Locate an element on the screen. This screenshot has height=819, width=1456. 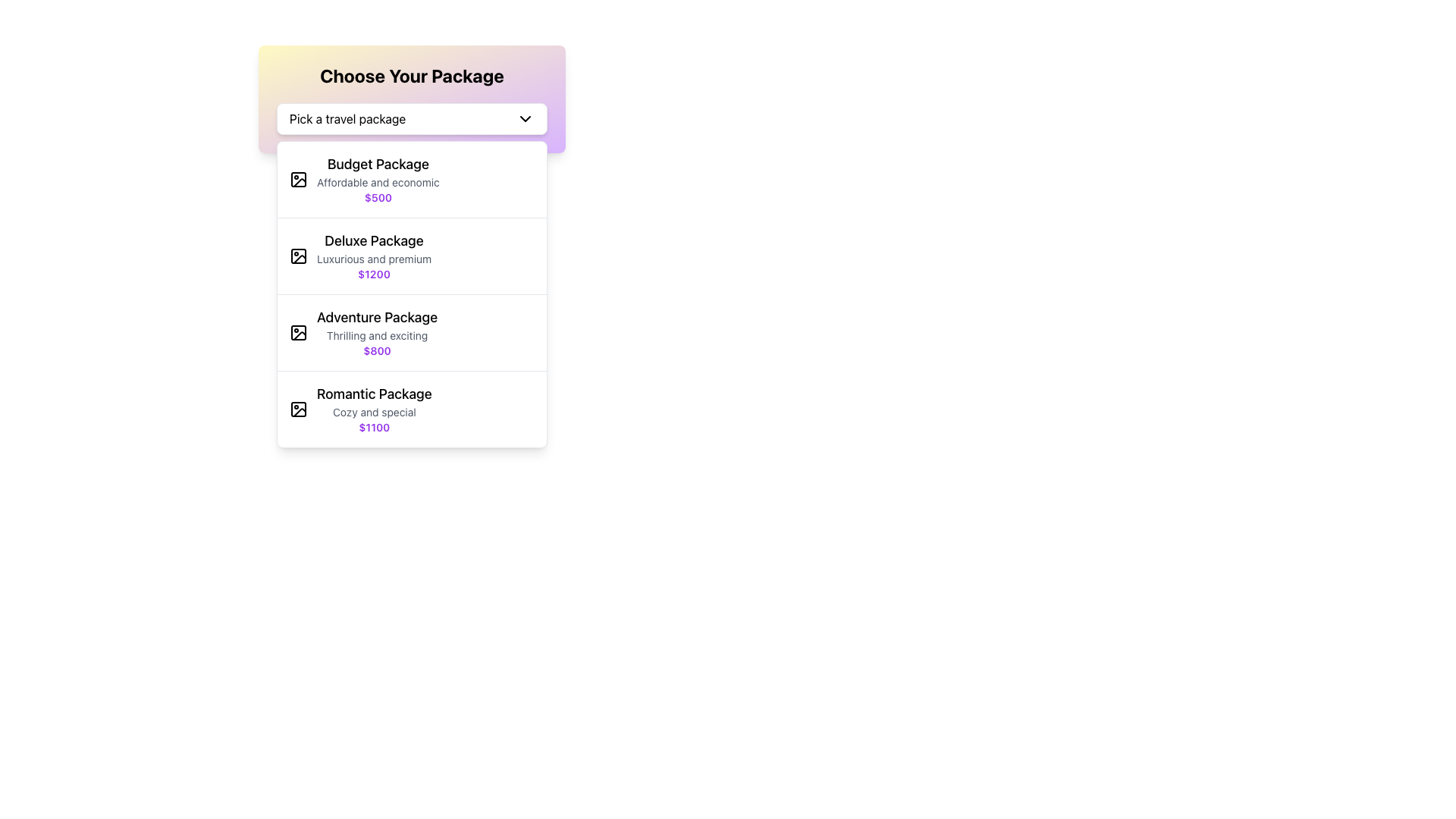
the dropdown menu located in the 'Choose Your Package' section is located at coordinates (412, 118).